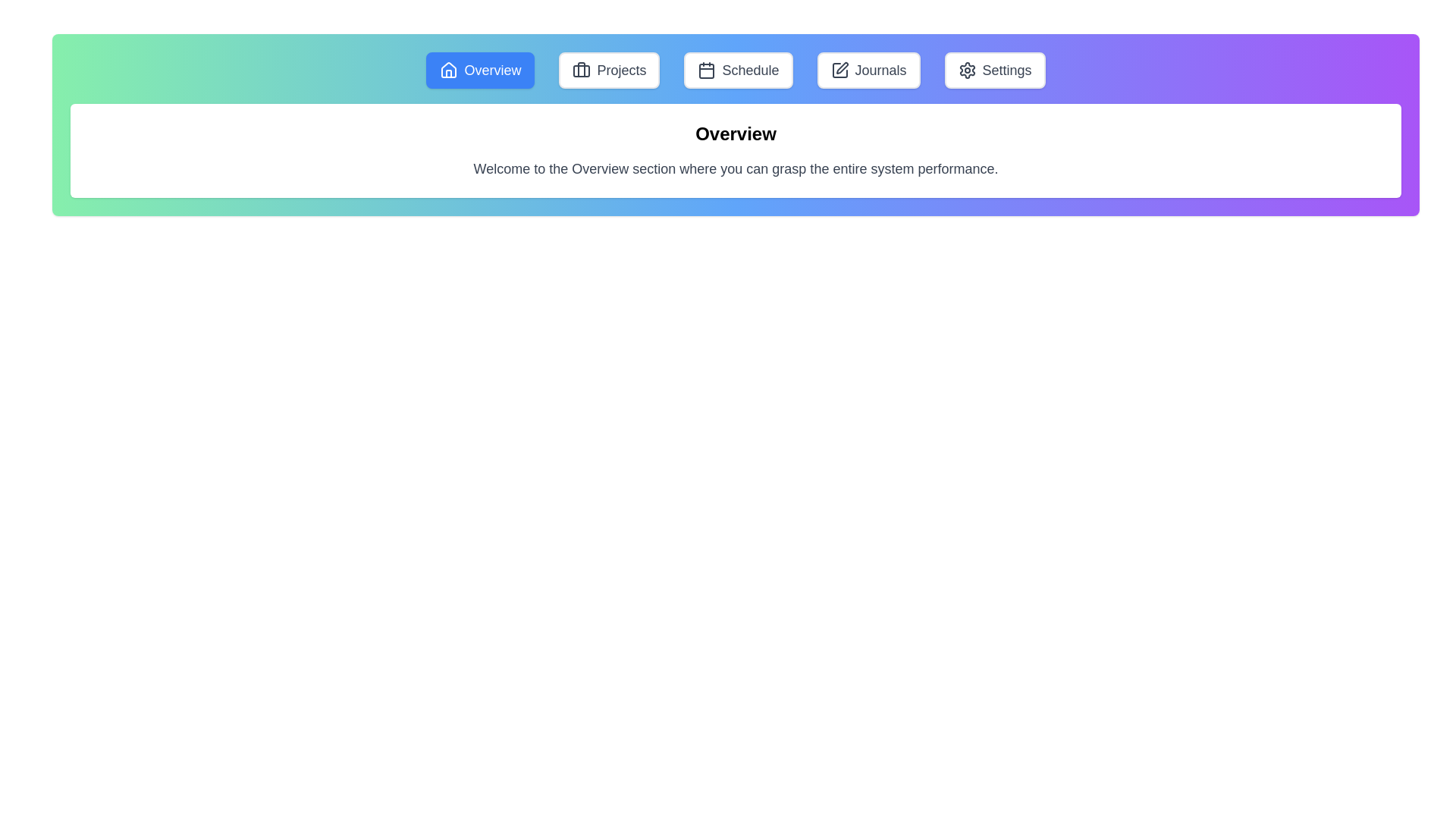 The image size is (1456, 819). Describe the element at coordinates (966, 70) in the screenshot. I see `the gear-shaped icon representing the settings symbol, located within the button labeled 'Settings'` at that location.